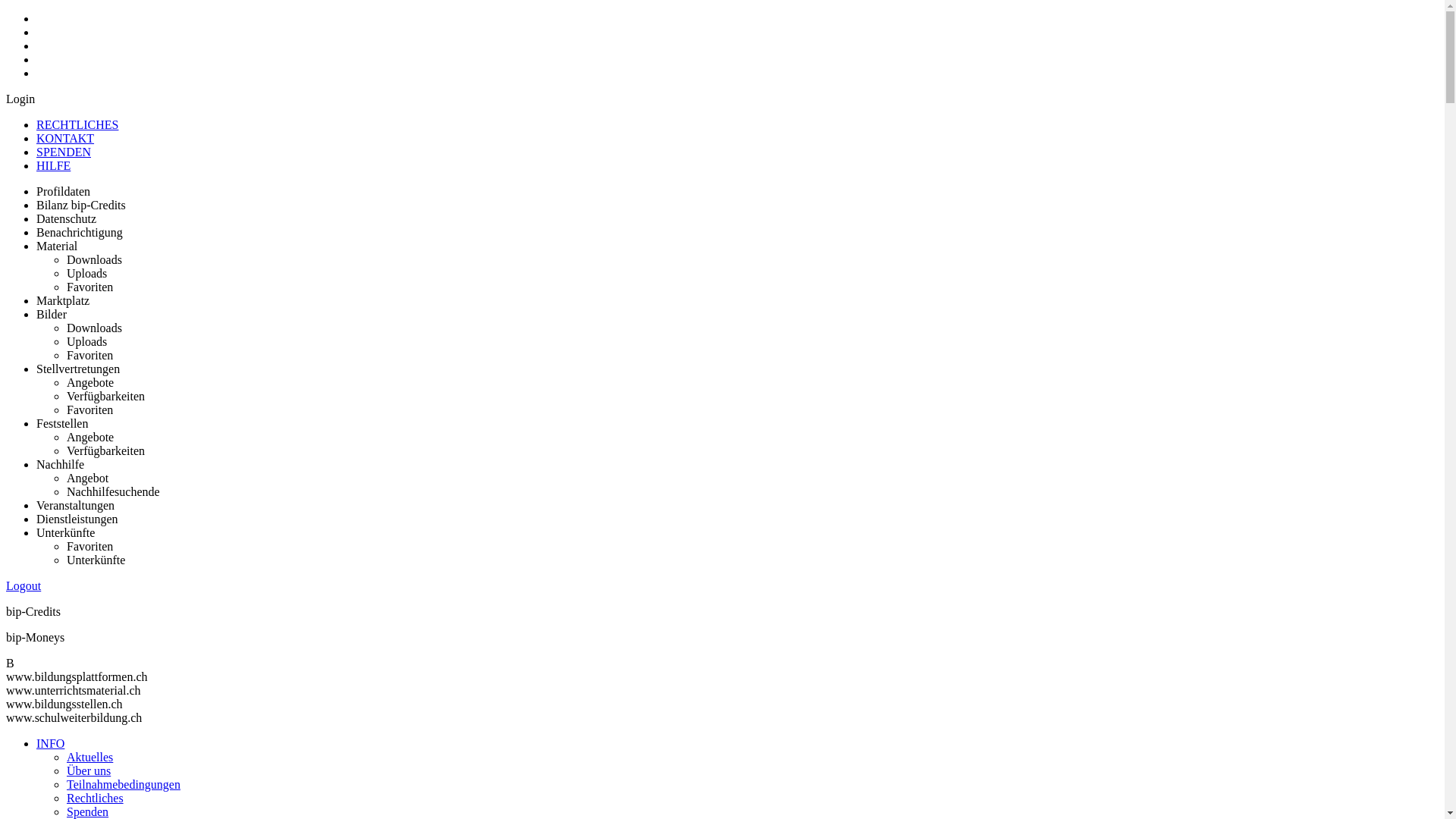 The image size is (1456, 819). I want to click on 'Logout', so click(6, 585).